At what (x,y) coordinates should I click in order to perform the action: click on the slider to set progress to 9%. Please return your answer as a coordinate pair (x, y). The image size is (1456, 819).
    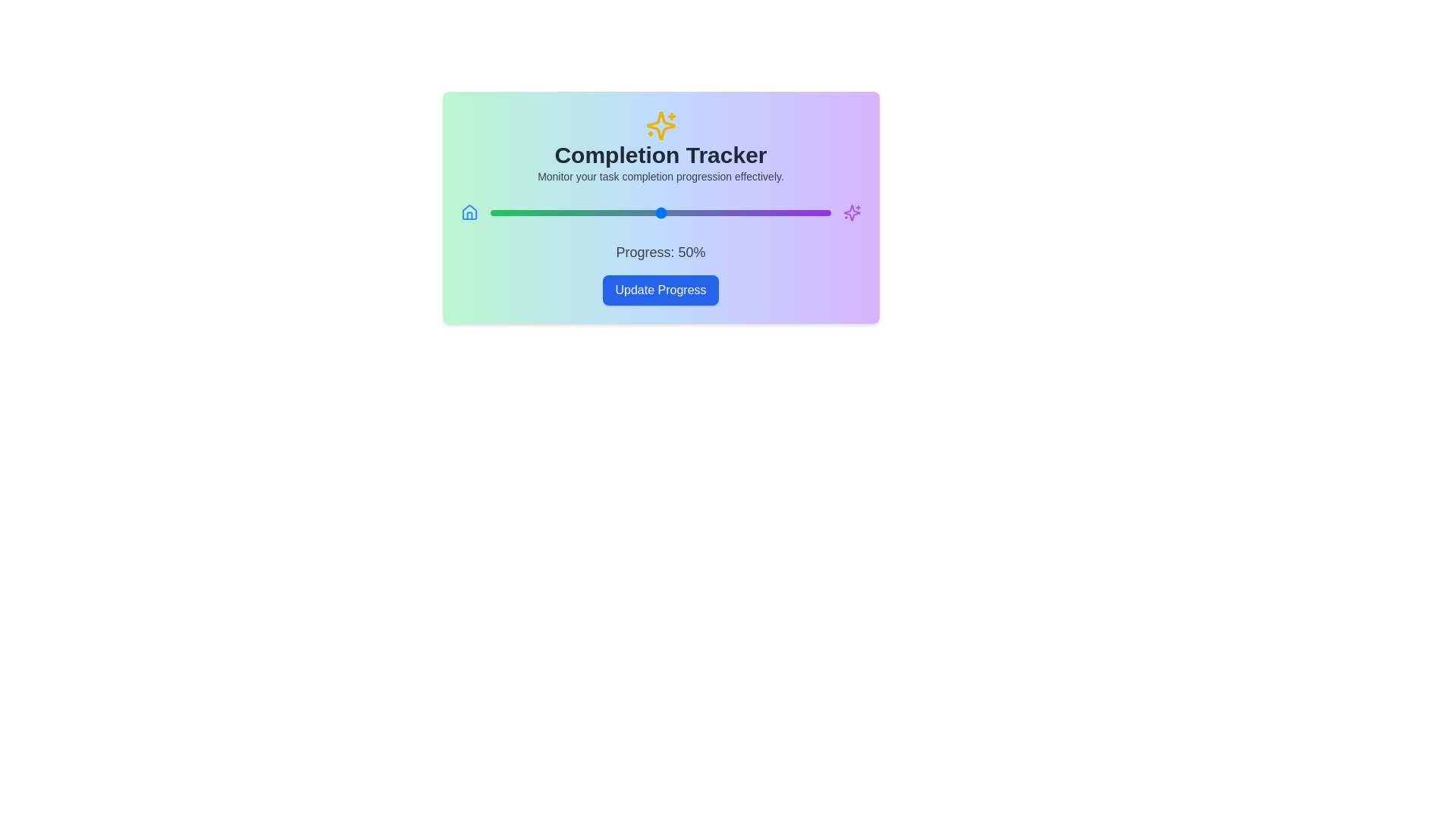
    Looking at the image, I should click on (521, 213).